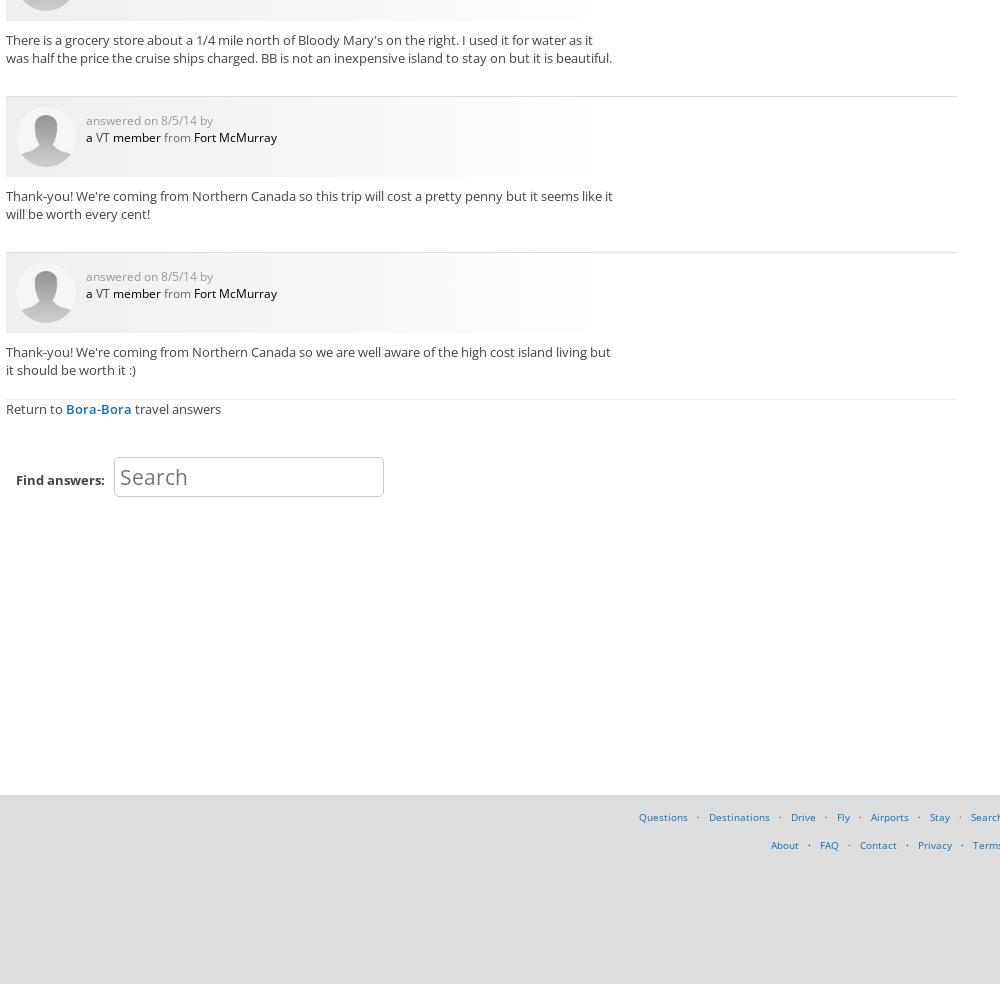 The image size is (1000, 984). Describe the element at coordinates (132, 407) in the screenshot. I see `'travel answers'` at that location.